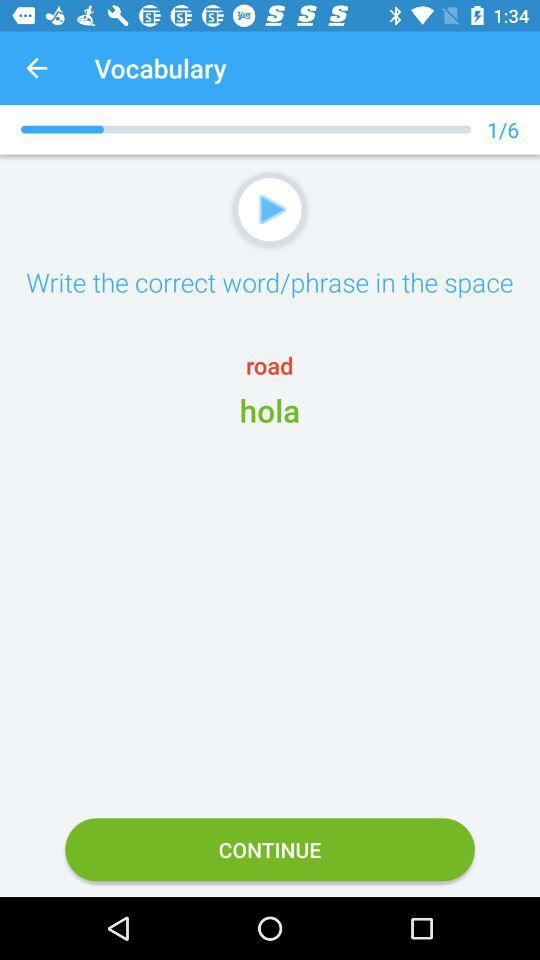  Describe the element at coordinates (270, 848) in the screenshot. I see `item below hola` at that location.